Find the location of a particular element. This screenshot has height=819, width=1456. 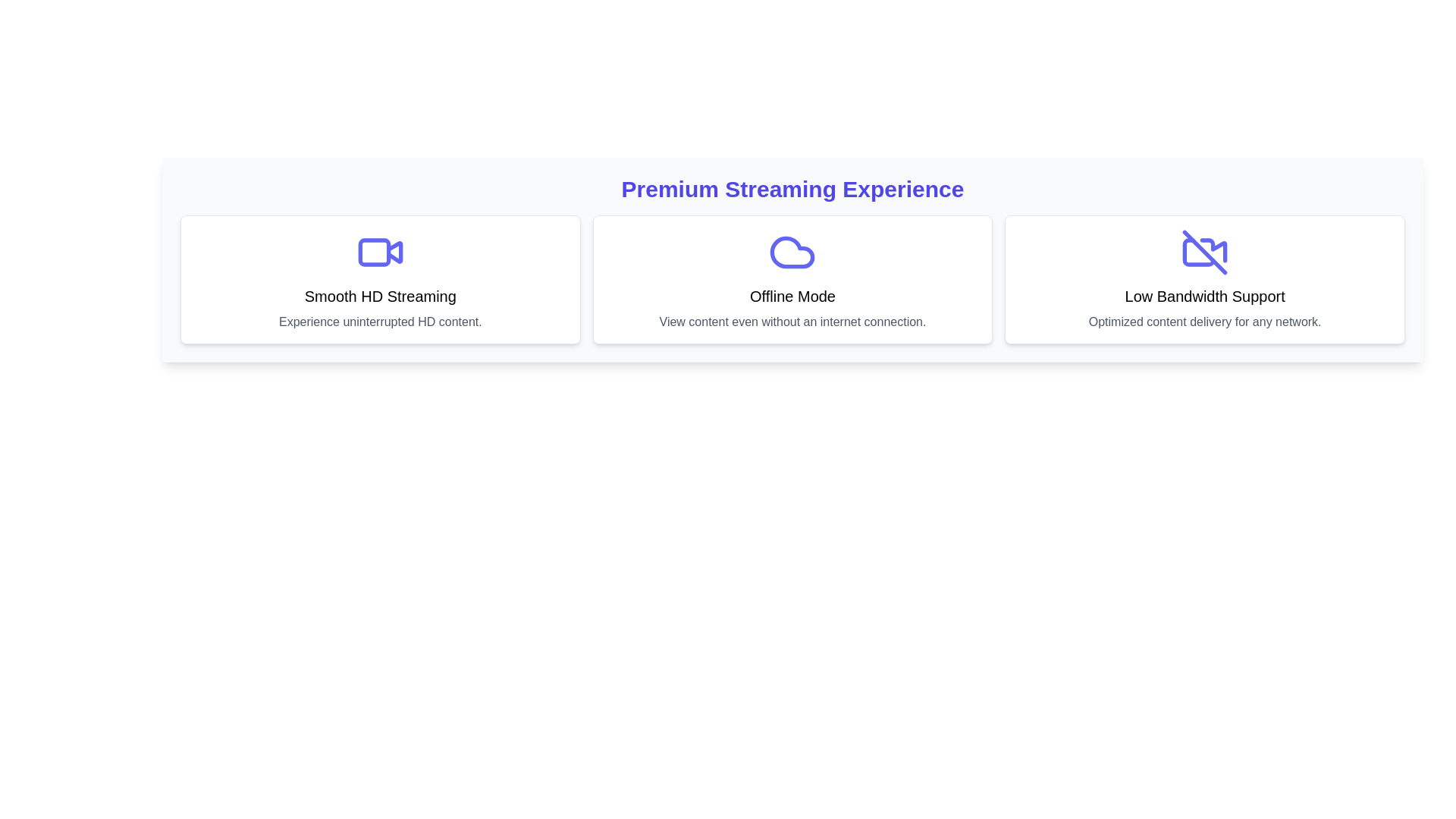

the informational card that provides details about HD streaming, which is the first card in a three-column grid layout located on the leftmost side is located at coordinates (380, 280).